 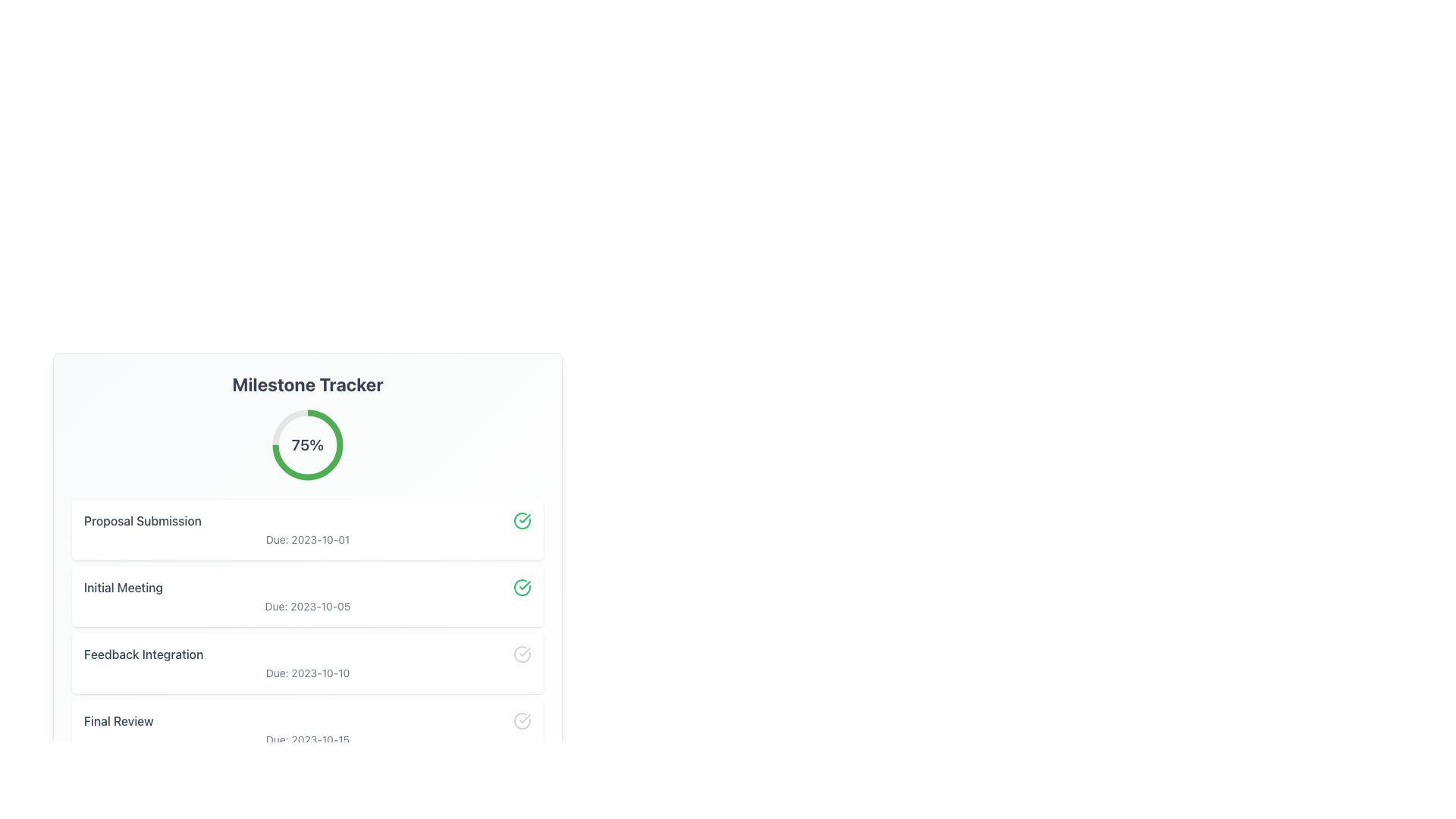 I want to click on the check mark icon indicating the completion of the 'Proposal Submission' milestone item, so click(x=525, y=651).